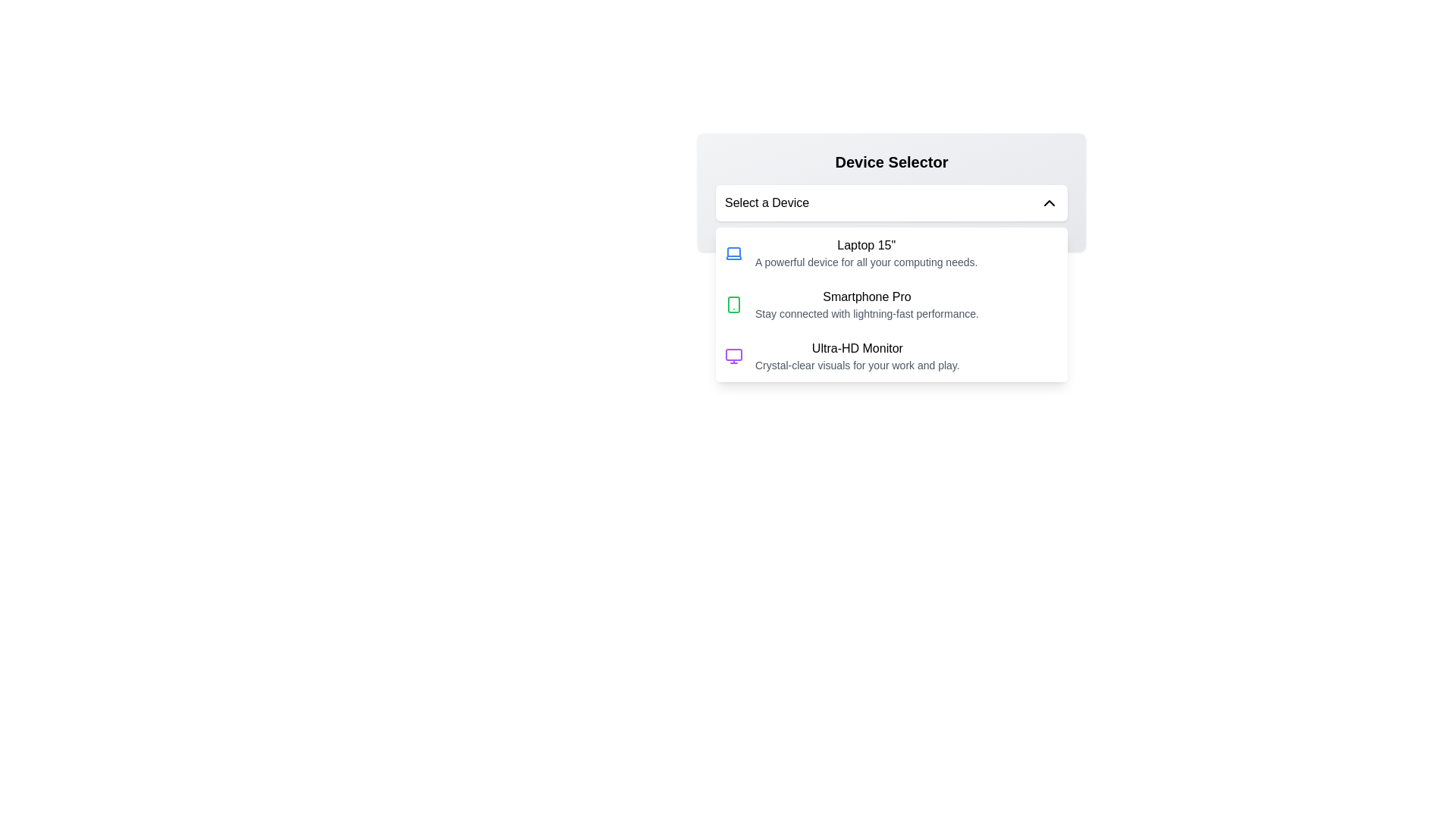  What do you see at coordinates (892, 202) in the screenshot?
I see `the 'Select a Device' dropdown trigger located in the 'Device Selector' component` at bounding box center [892, 202].